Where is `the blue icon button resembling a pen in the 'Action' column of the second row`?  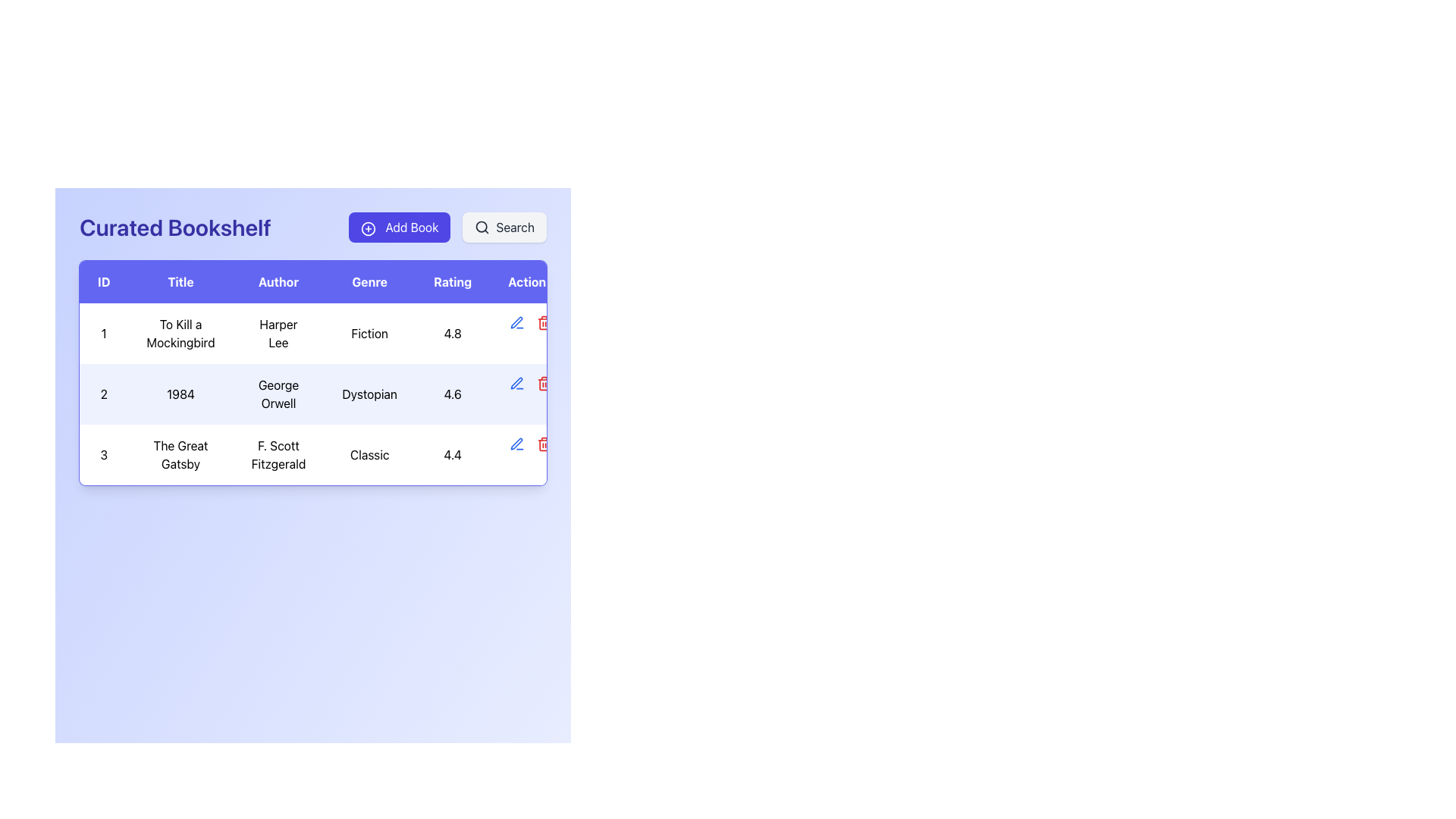 the blue icon button resembling a pen in the 'Action' column of the second row is located at coordinates (516, 322).